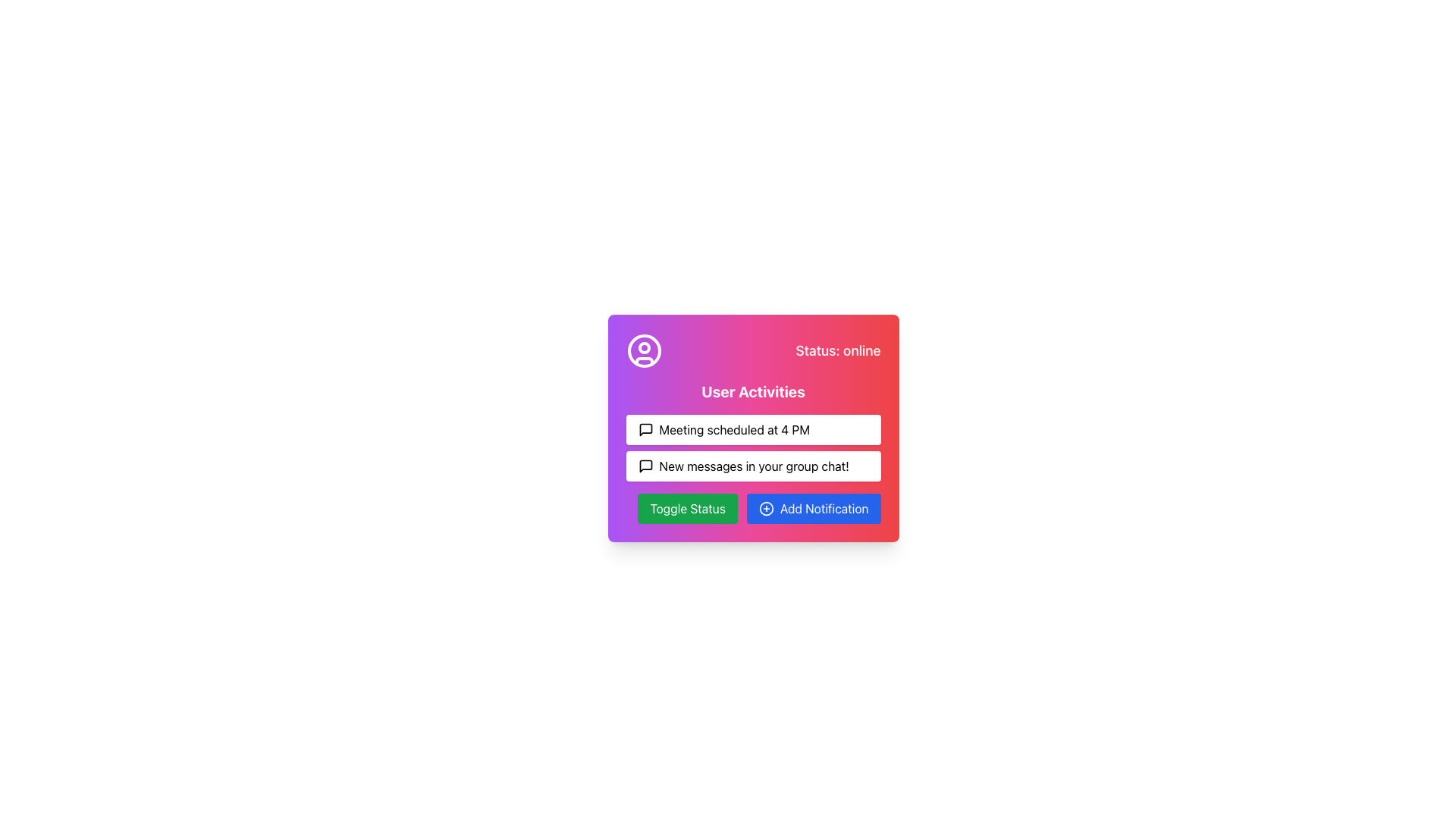  What do you see at coordinates (645, 465) in the screenshot?
I see `the speech bubble icon located in the second row of the 'User Activities' section within the gradient-styled card interface, adjacent to the text 'New messages in your group chat!'` at bounding box center [645, 465].